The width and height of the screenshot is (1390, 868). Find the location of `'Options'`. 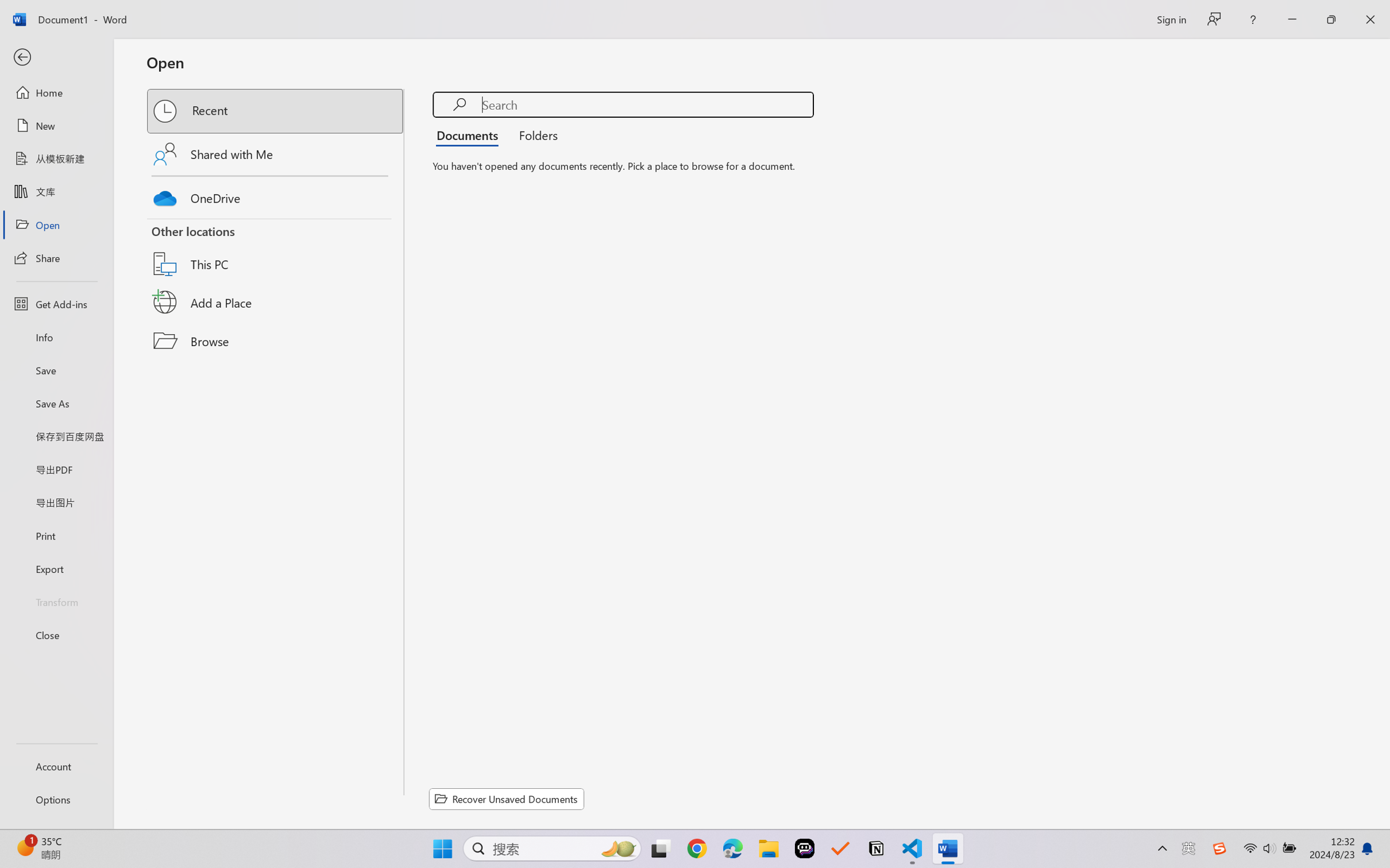

'Options' is located at coordinates (56, 799).